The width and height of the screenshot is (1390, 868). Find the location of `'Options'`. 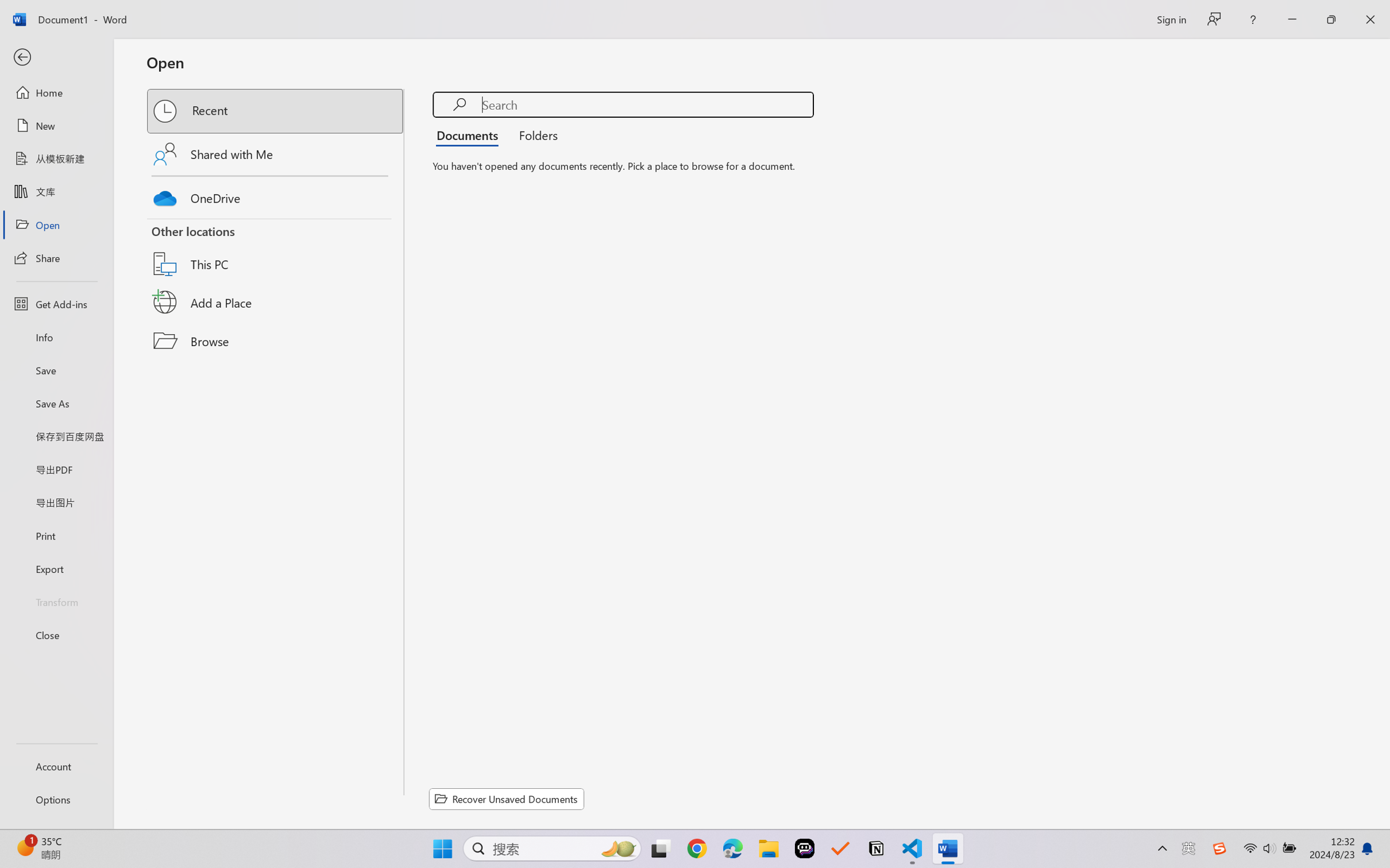

'Options' is located at coordinates (56, 799).